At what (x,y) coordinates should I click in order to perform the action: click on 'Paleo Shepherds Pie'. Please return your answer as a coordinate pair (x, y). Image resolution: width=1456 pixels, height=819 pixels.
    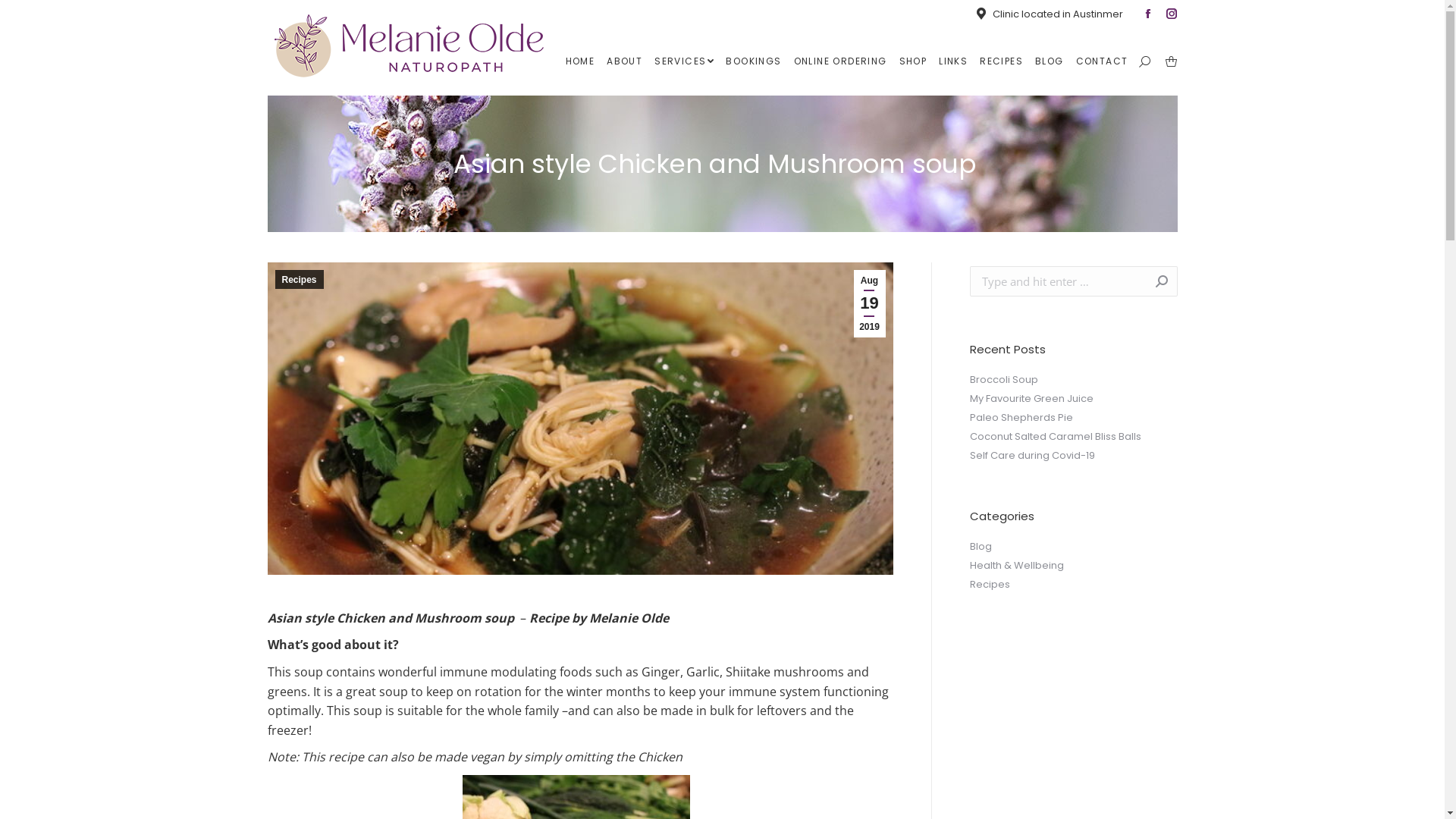
    Looking at the image, I should click on (1020, 418).